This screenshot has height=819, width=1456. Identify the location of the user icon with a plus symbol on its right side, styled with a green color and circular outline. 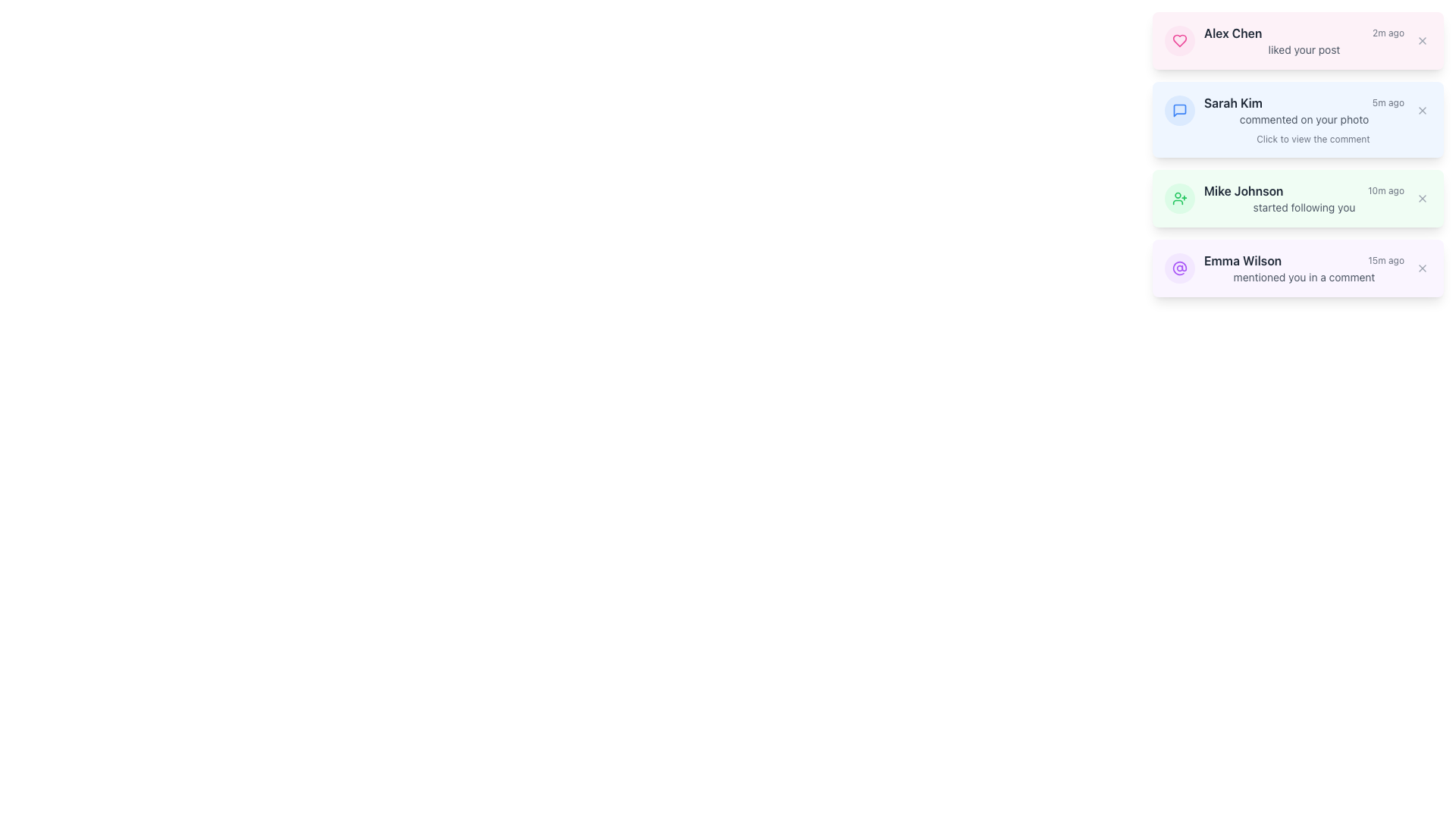
(1178, 198).